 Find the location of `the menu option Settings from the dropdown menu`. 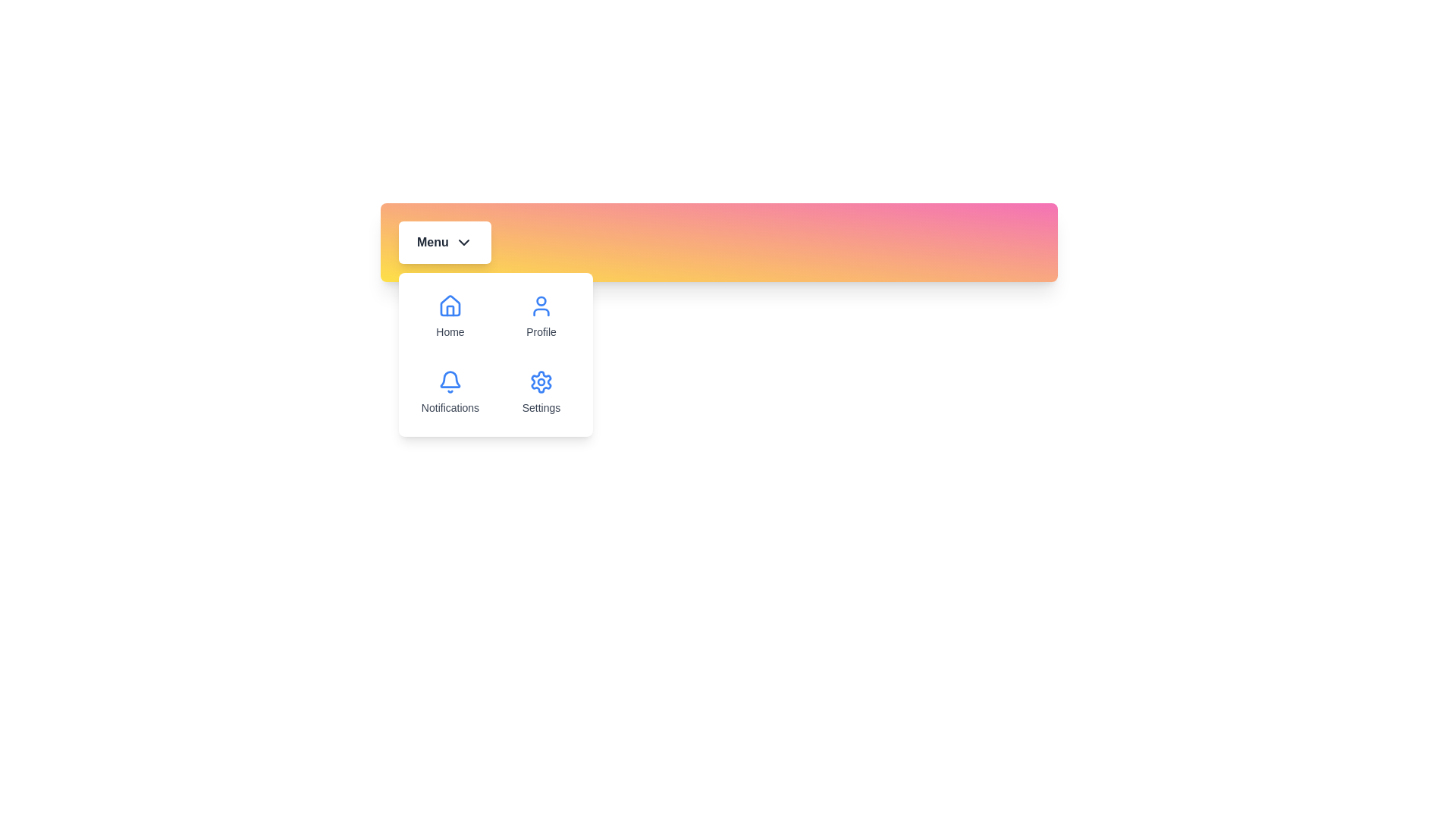

the menu option Settings from the dropdown menu is located at coordinates (541, 391).